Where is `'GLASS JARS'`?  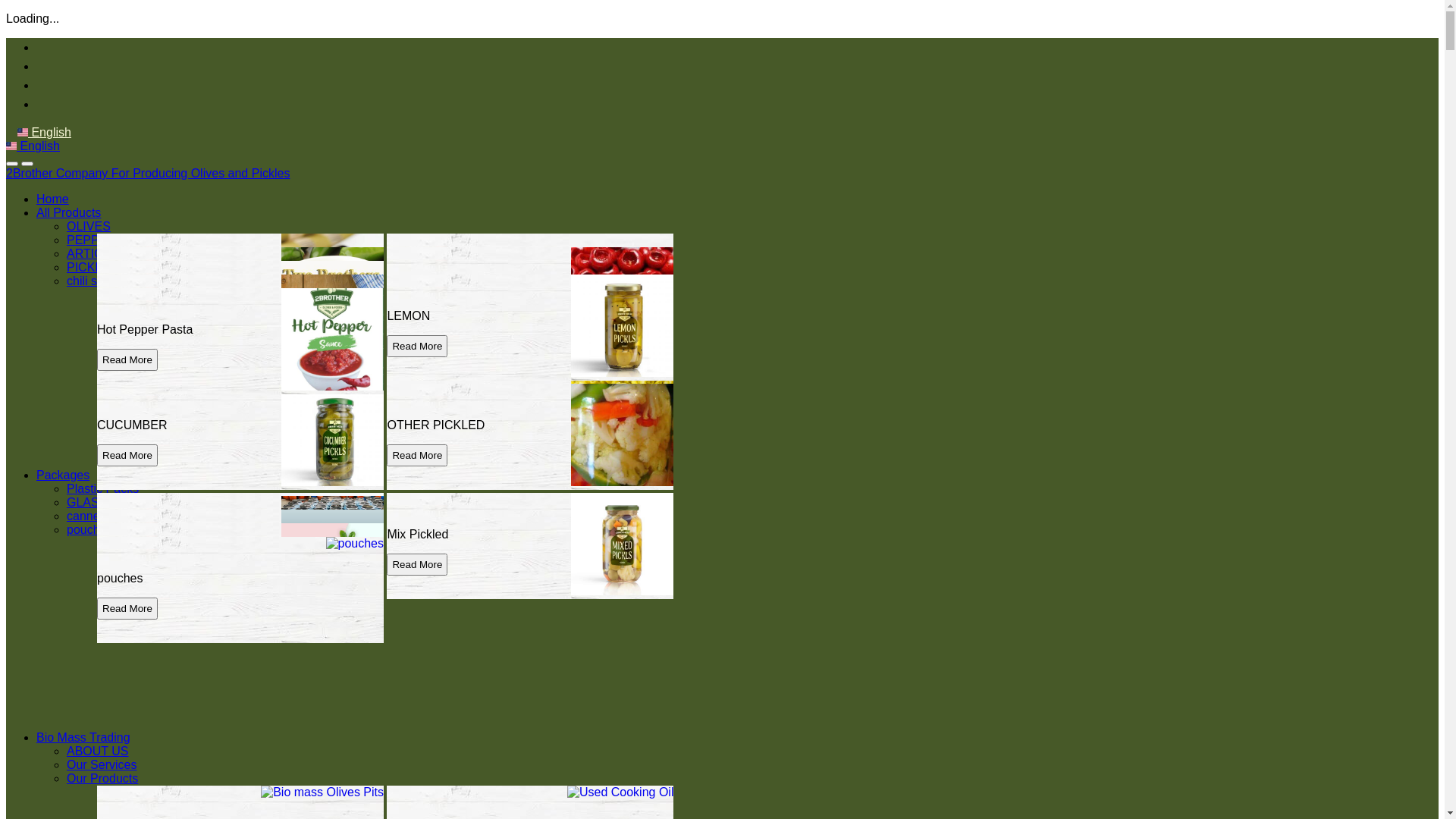 'GLASS JARS' is located at coordinates (103, 502).